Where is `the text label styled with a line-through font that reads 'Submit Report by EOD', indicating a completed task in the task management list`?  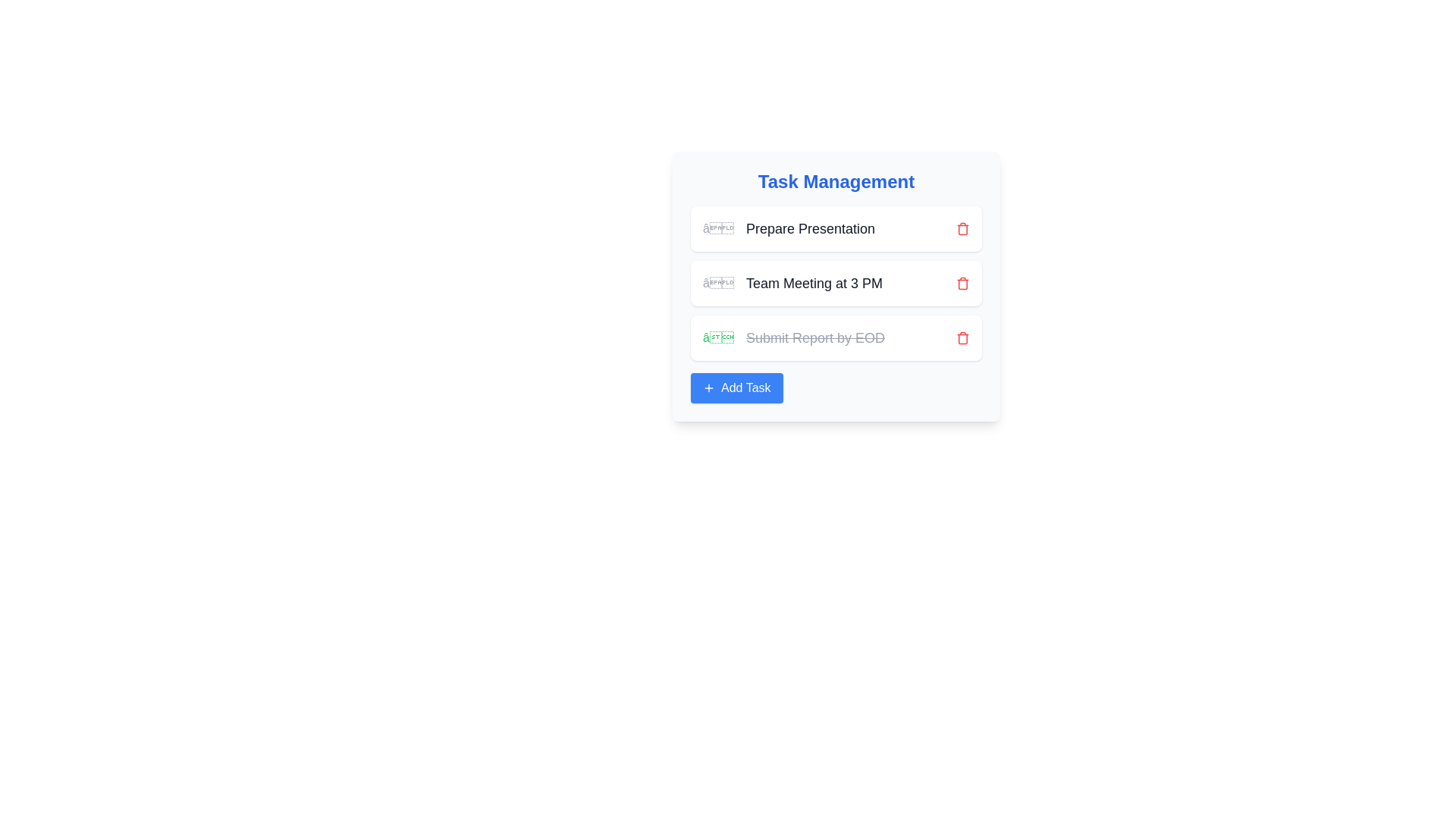
the text label styled with a line-through font that reads 'Submit Report by EOD', indicating a completed task in the task management list is located at coordinates (814, 337).